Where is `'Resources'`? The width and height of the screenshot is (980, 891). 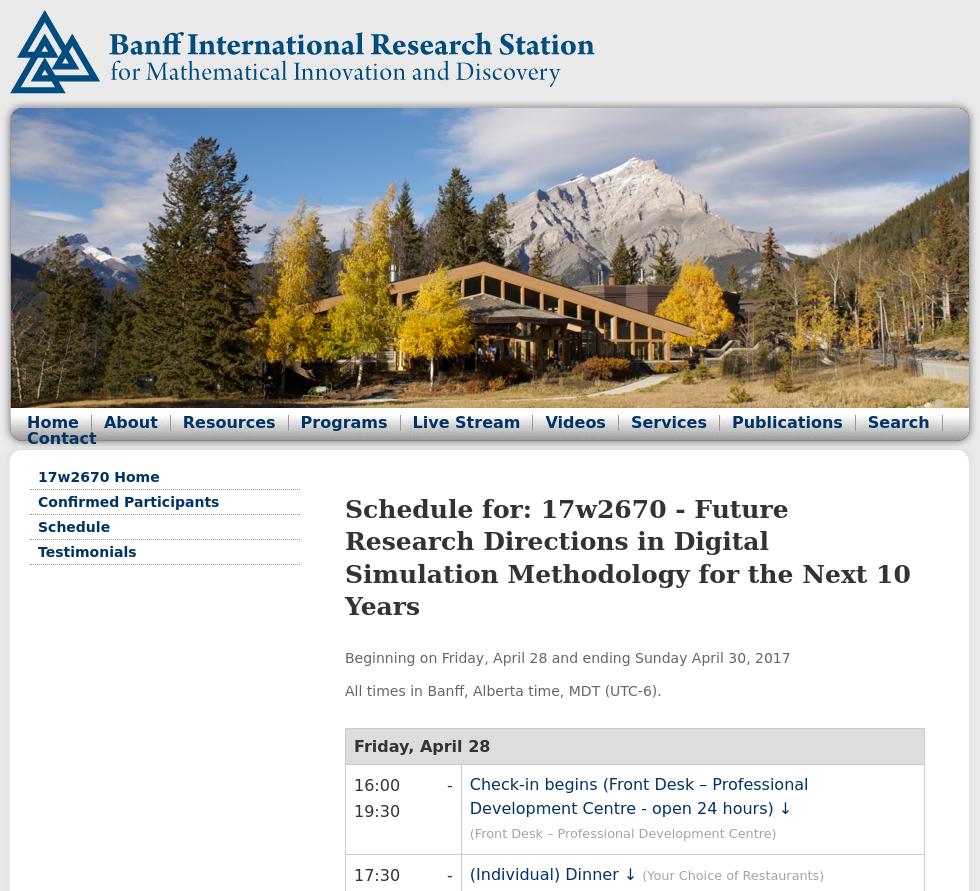 'Resources' is located at coordinates (181, 422).